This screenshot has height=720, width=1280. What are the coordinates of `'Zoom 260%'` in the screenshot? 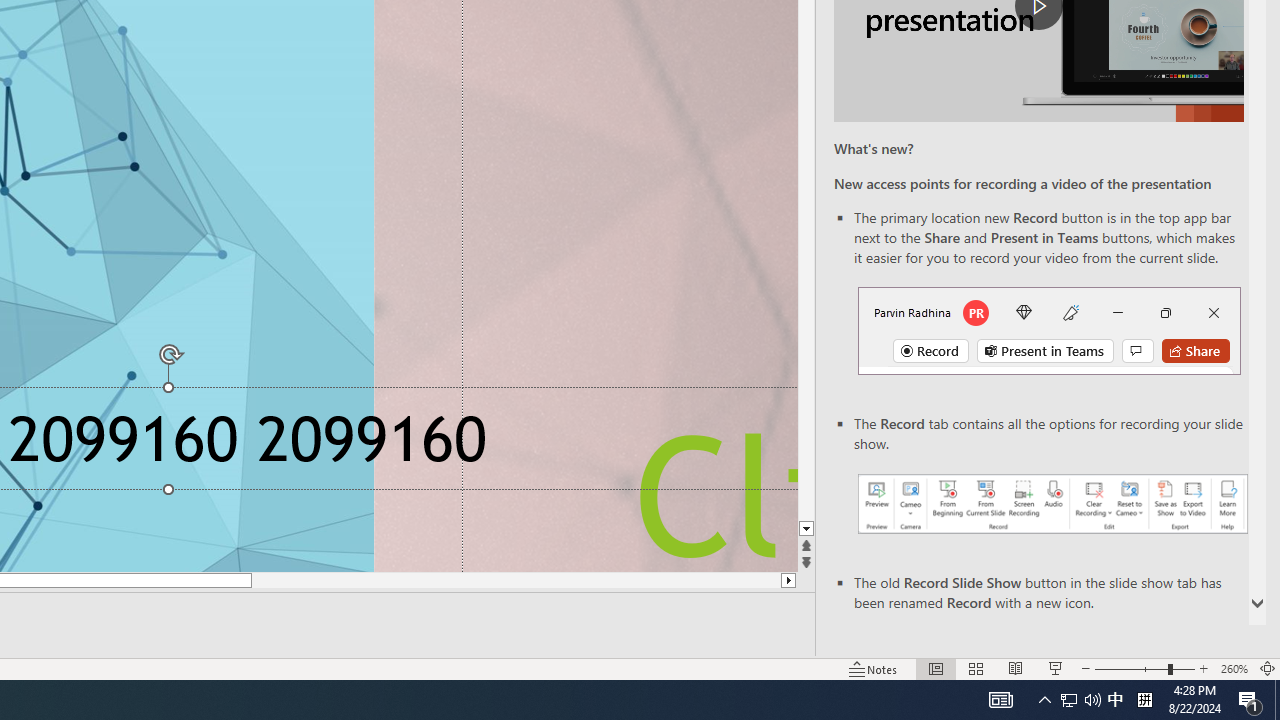 It's located at (1233, 669).